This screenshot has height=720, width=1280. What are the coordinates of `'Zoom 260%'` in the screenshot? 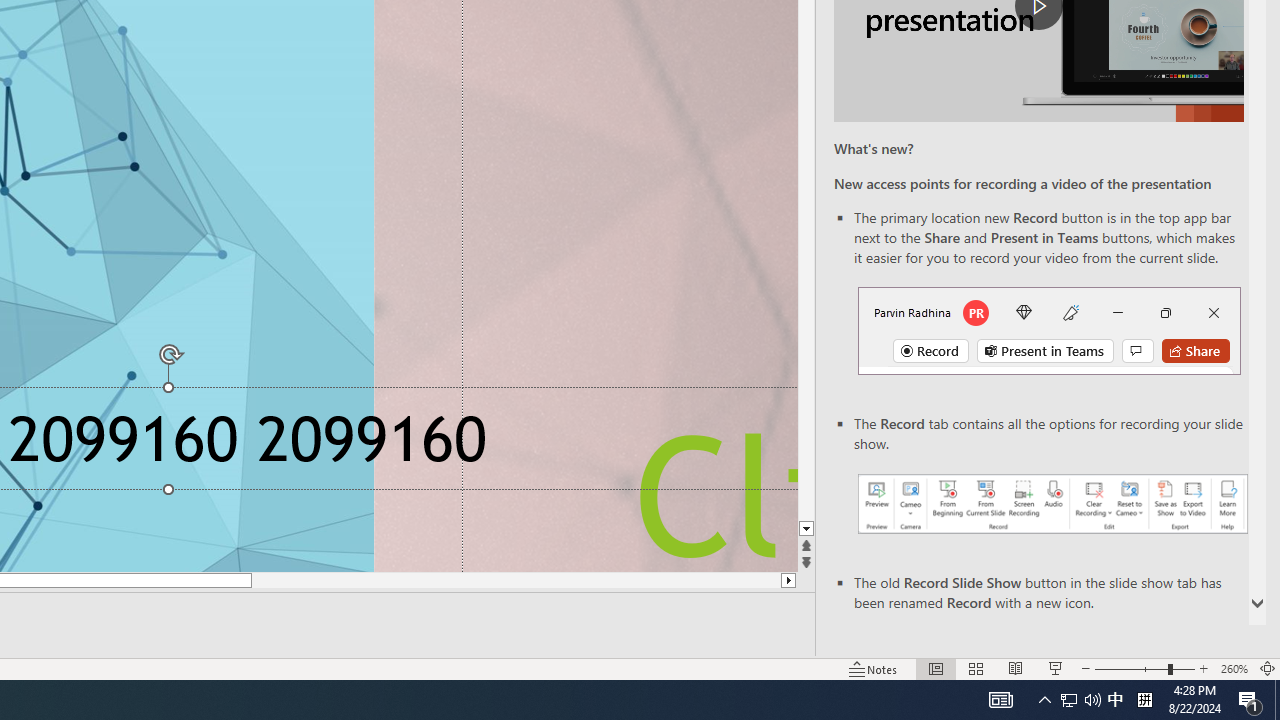 It's located at (1233, 669).